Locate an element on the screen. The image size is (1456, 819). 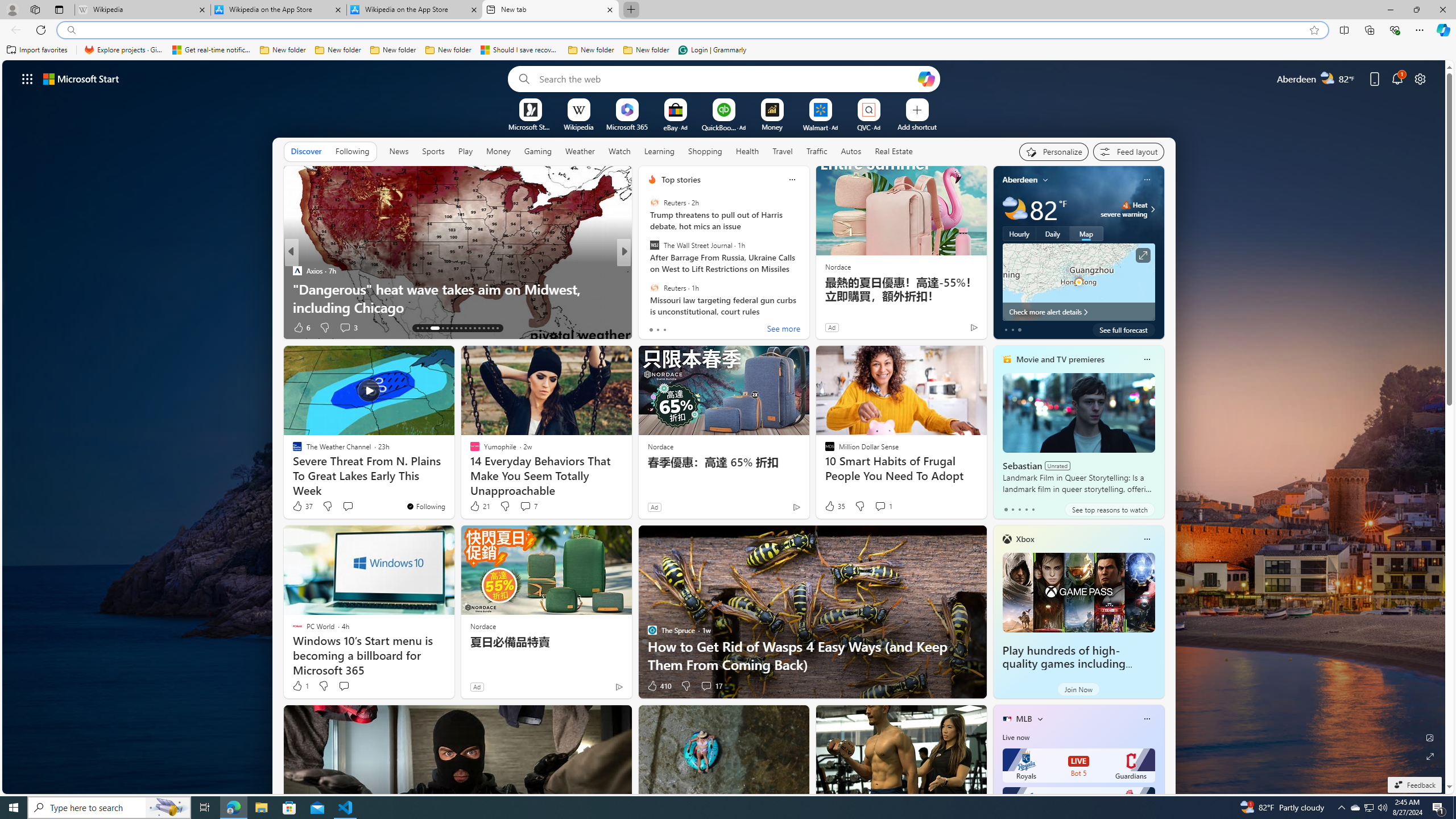
'AutomationID: tab-22' is located at coordinates (464, 328).